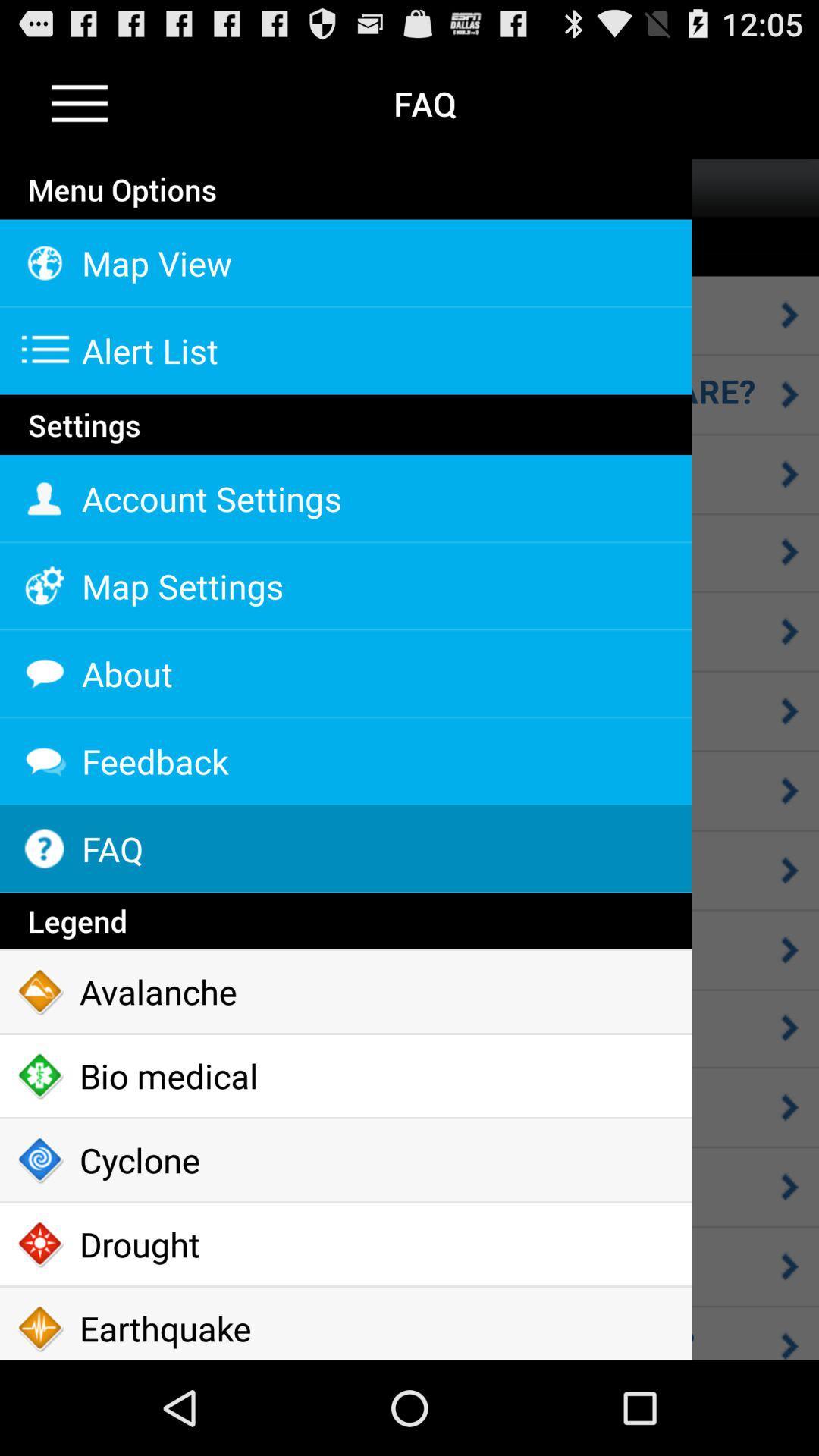 This screenshot has height=1456, width=819. Describe the element at coordinates (345, 585) in the screenshot. I see `map settings item` at that location.